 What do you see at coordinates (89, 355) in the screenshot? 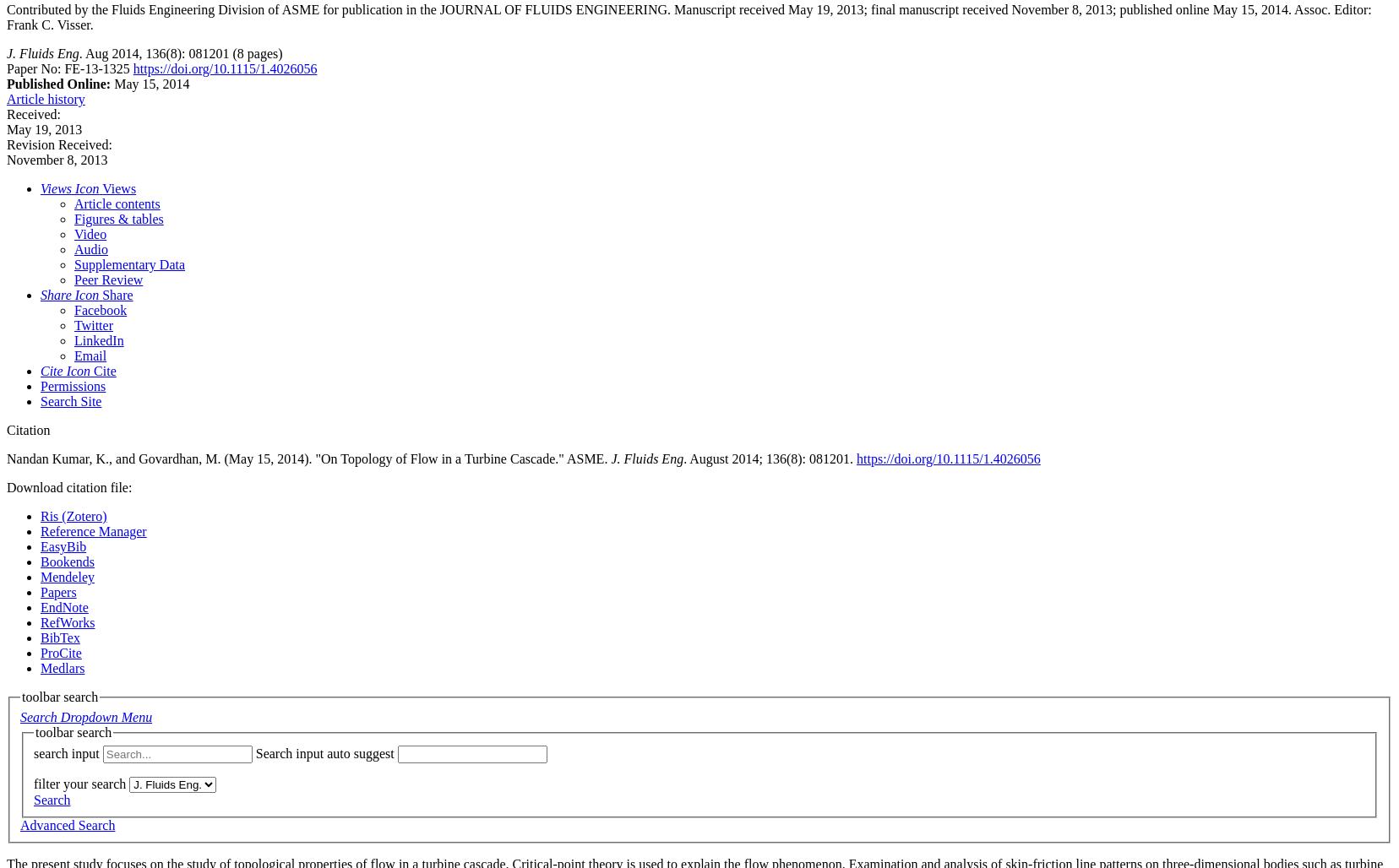
I see `'Email'` at bounding box center [89, 355].